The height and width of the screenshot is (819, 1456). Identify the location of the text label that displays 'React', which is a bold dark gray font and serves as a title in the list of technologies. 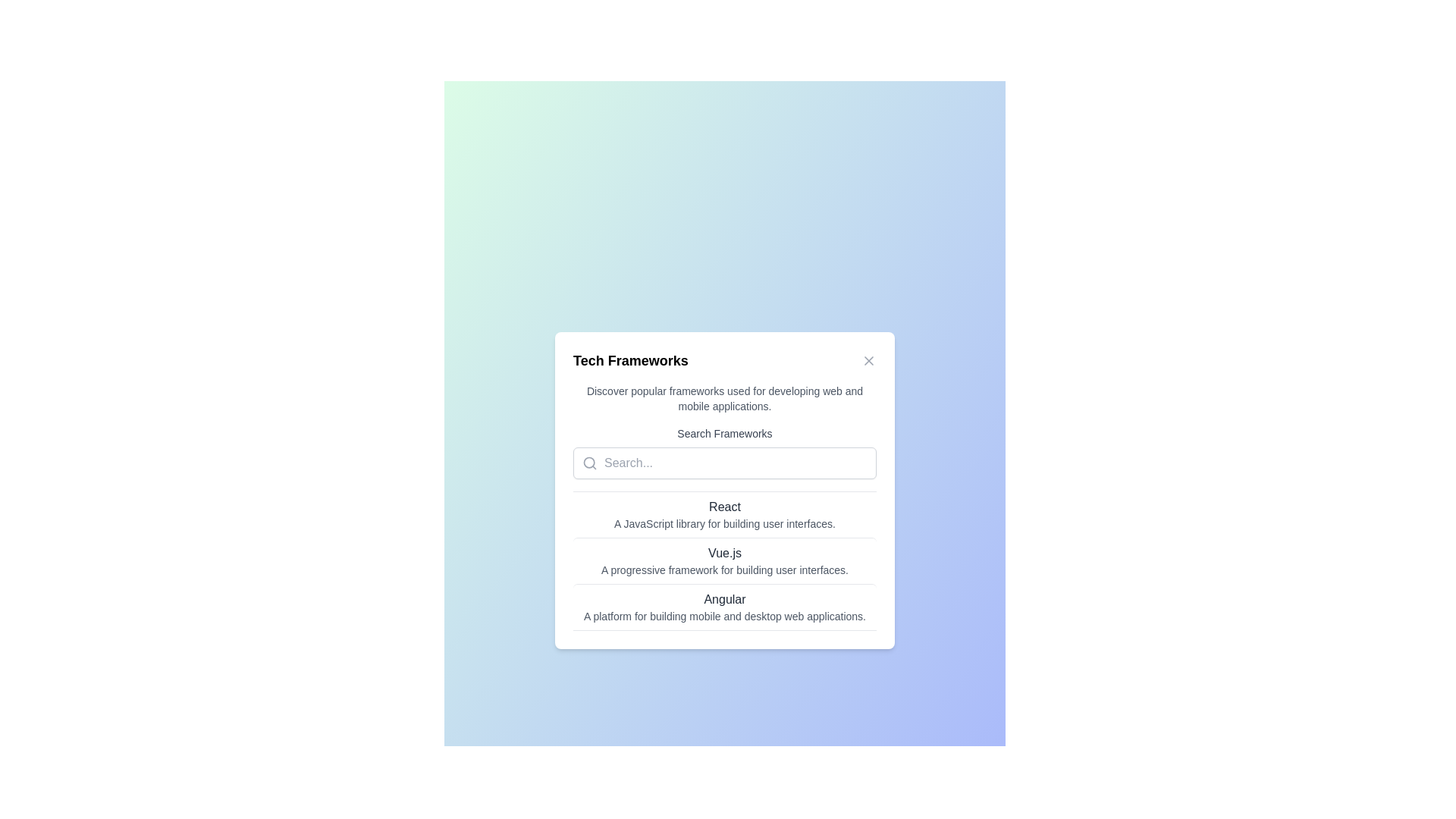
(723, 507).